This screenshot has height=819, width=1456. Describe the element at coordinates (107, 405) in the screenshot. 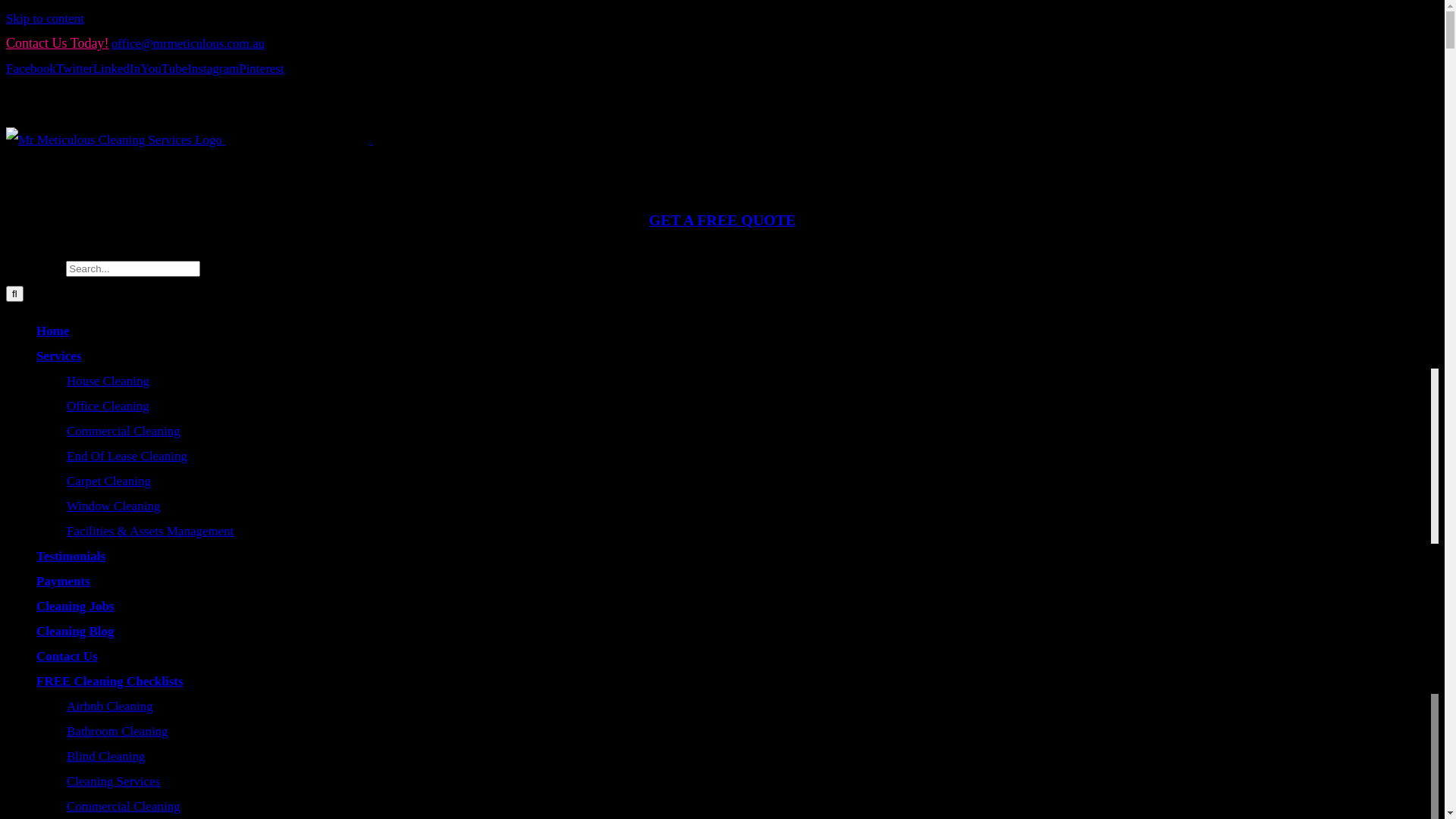

I see `'Office Cleaning'` at that location.